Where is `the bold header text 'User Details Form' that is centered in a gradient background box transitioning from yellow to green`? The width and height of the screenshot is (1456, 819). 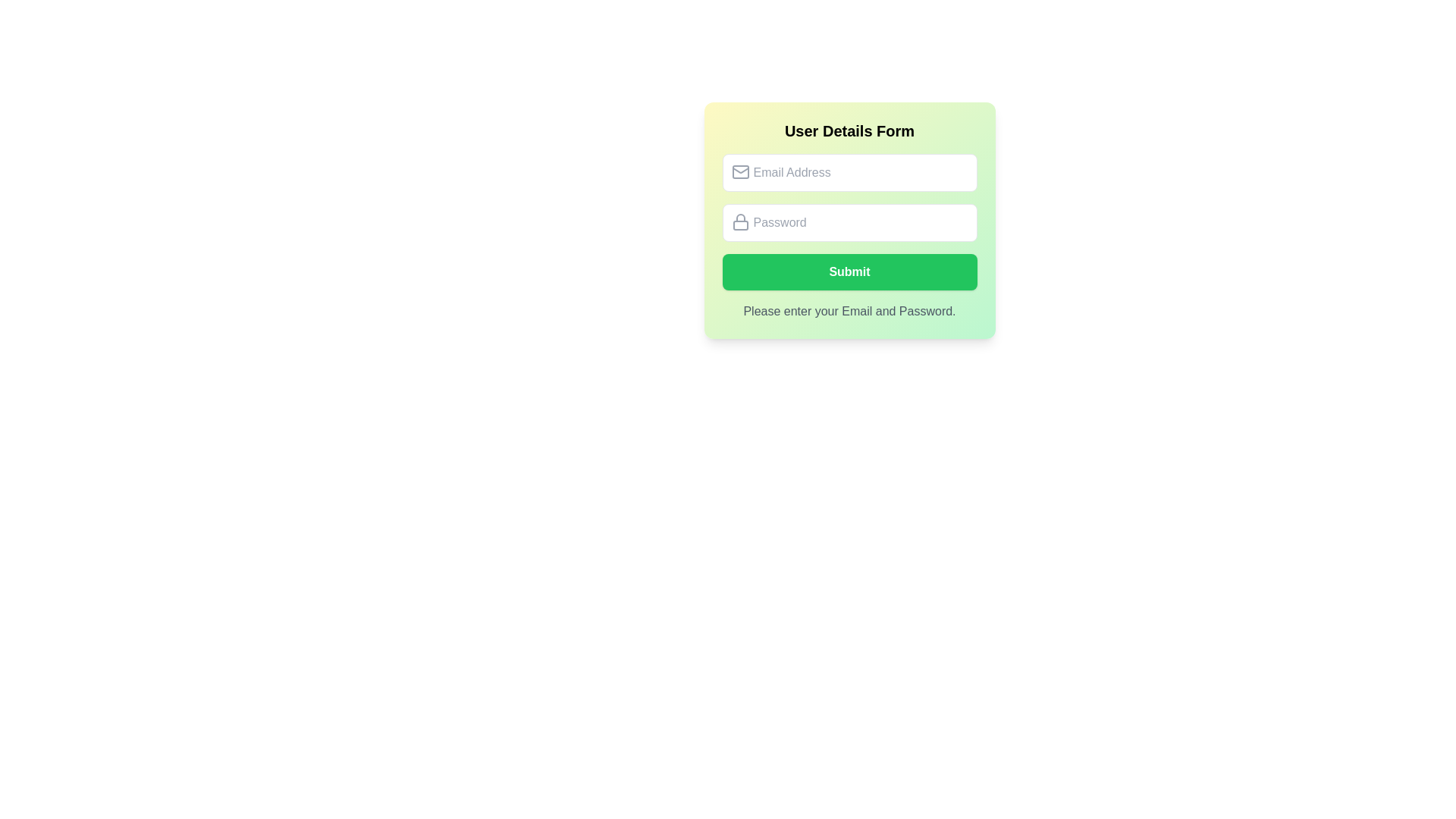
the bold header text 'User Details Form' that is centered in a gradient background box transitioning from yellow to green is located at coordinates (849, 130).